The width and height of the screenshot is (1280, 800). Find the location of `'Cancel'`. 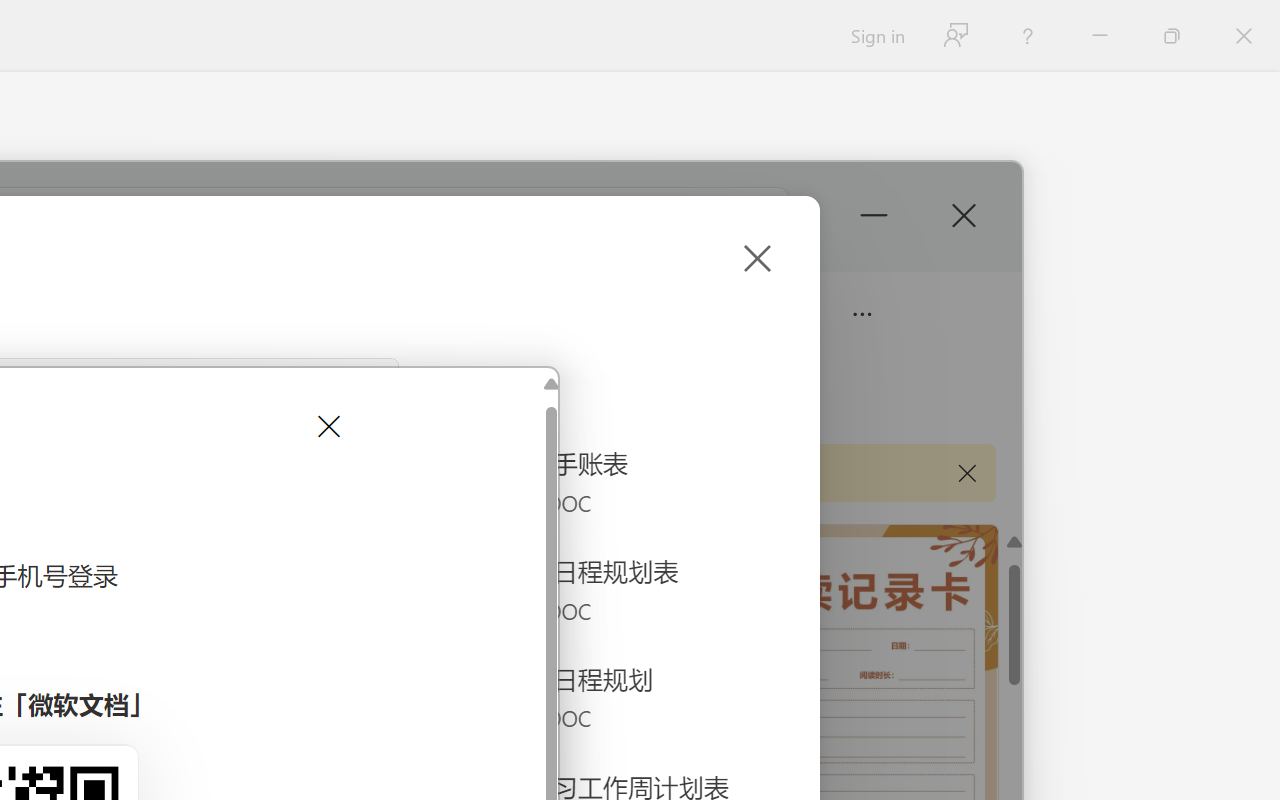

'Cancel' is located at coordinates (327, 426).